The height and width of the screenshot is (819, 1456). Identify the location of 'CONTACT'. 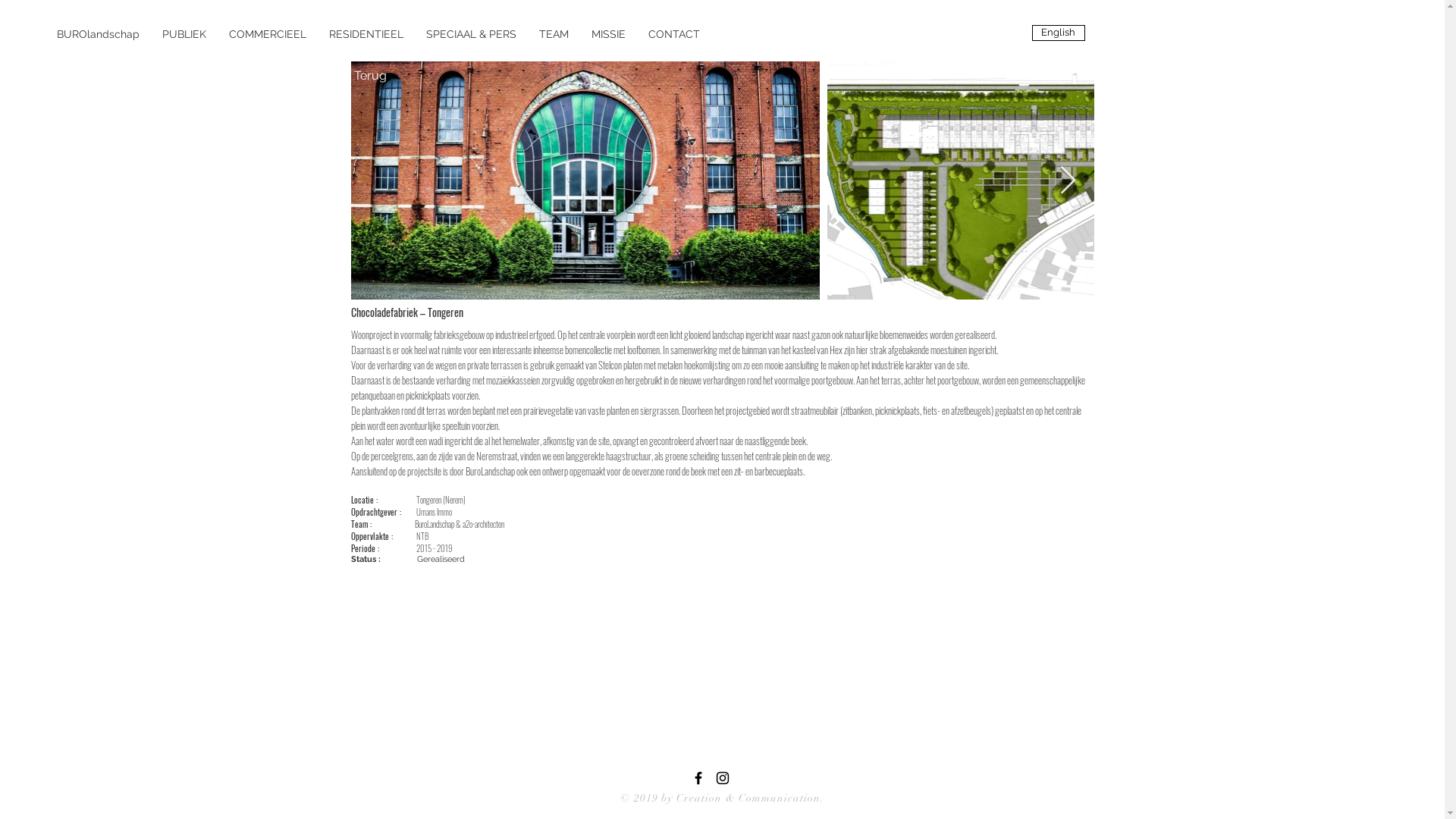
(673, 34).